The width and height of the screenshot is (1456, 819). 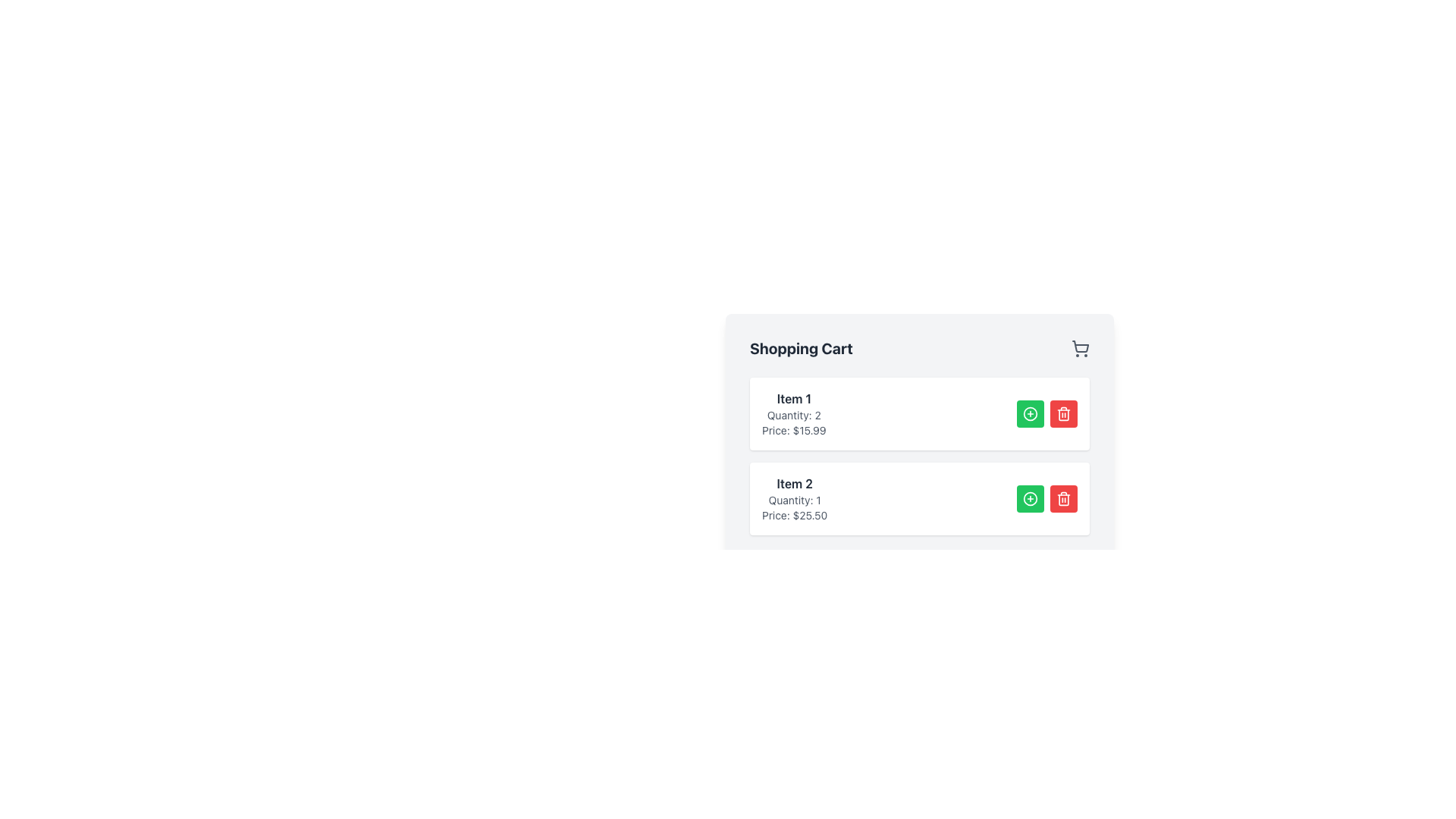 I want to click on the button used to increase the quantity of 'Item 1' in the shopping cart, so click(x=1030, y=414).